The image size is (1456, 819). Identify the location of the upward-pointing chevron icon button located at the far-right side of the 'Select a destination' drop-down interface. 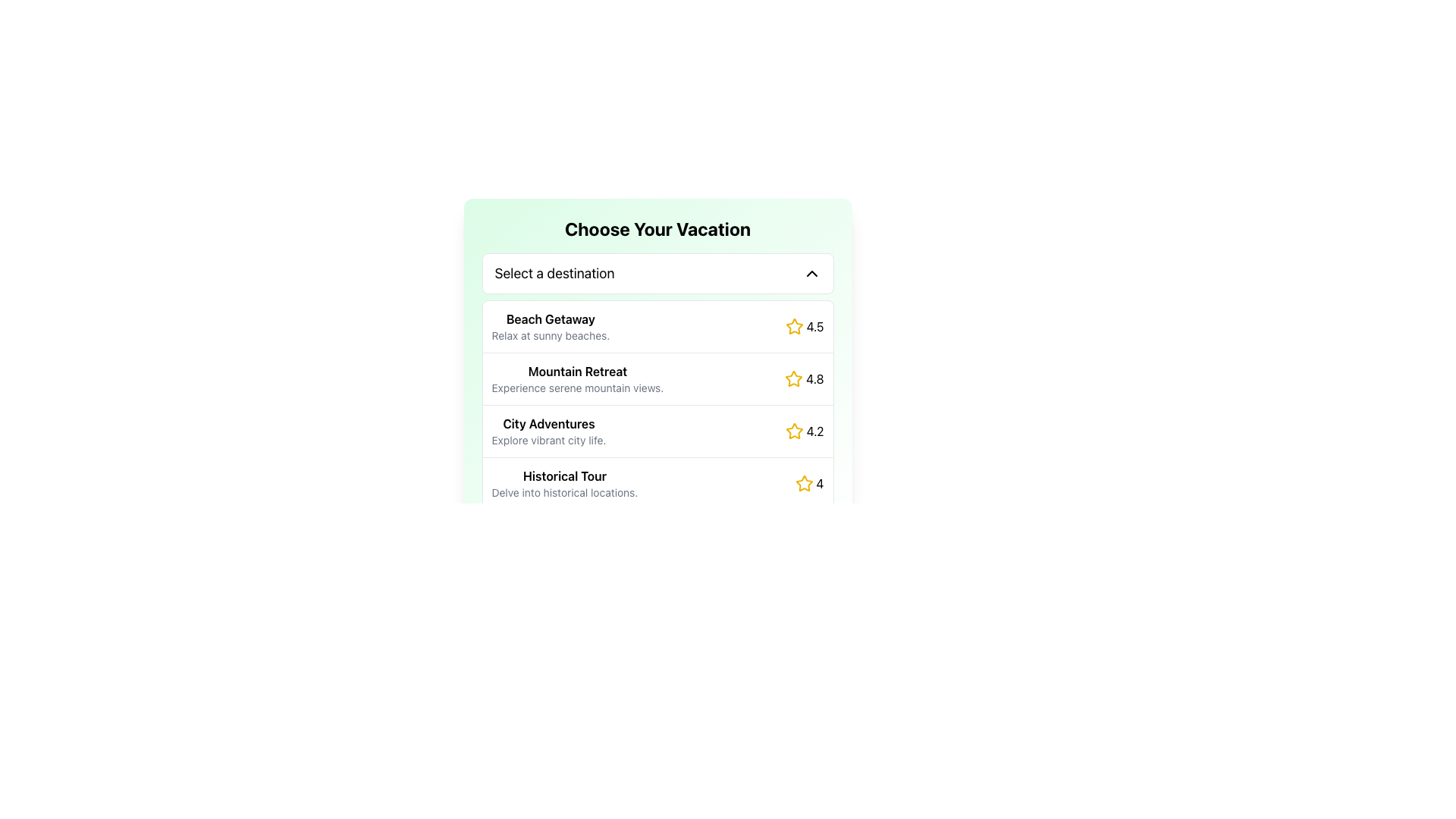
(811, 274).